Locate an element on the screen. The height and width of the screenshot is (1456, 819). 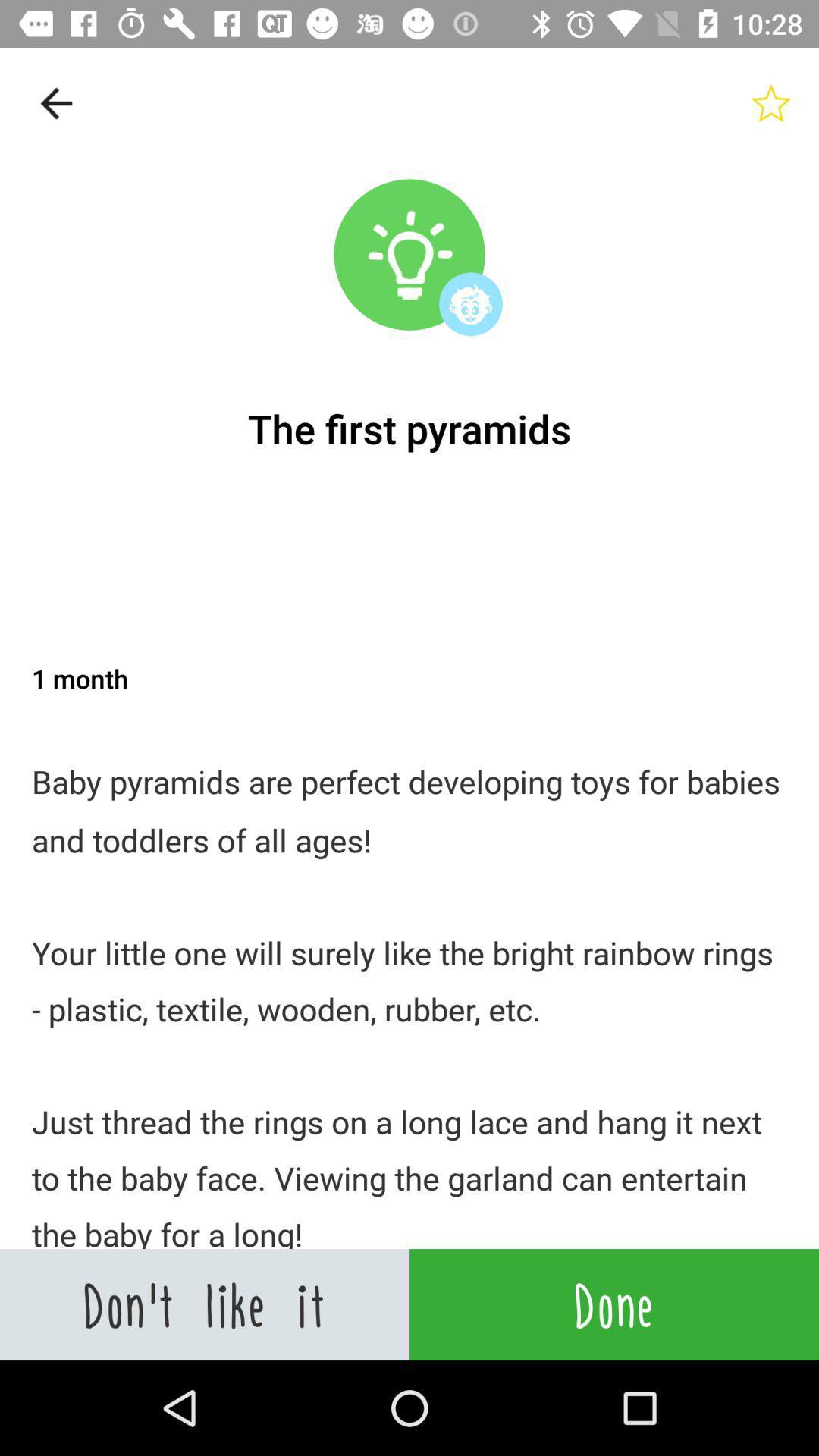
item at the top left corner is located at coordinates (55, 102).